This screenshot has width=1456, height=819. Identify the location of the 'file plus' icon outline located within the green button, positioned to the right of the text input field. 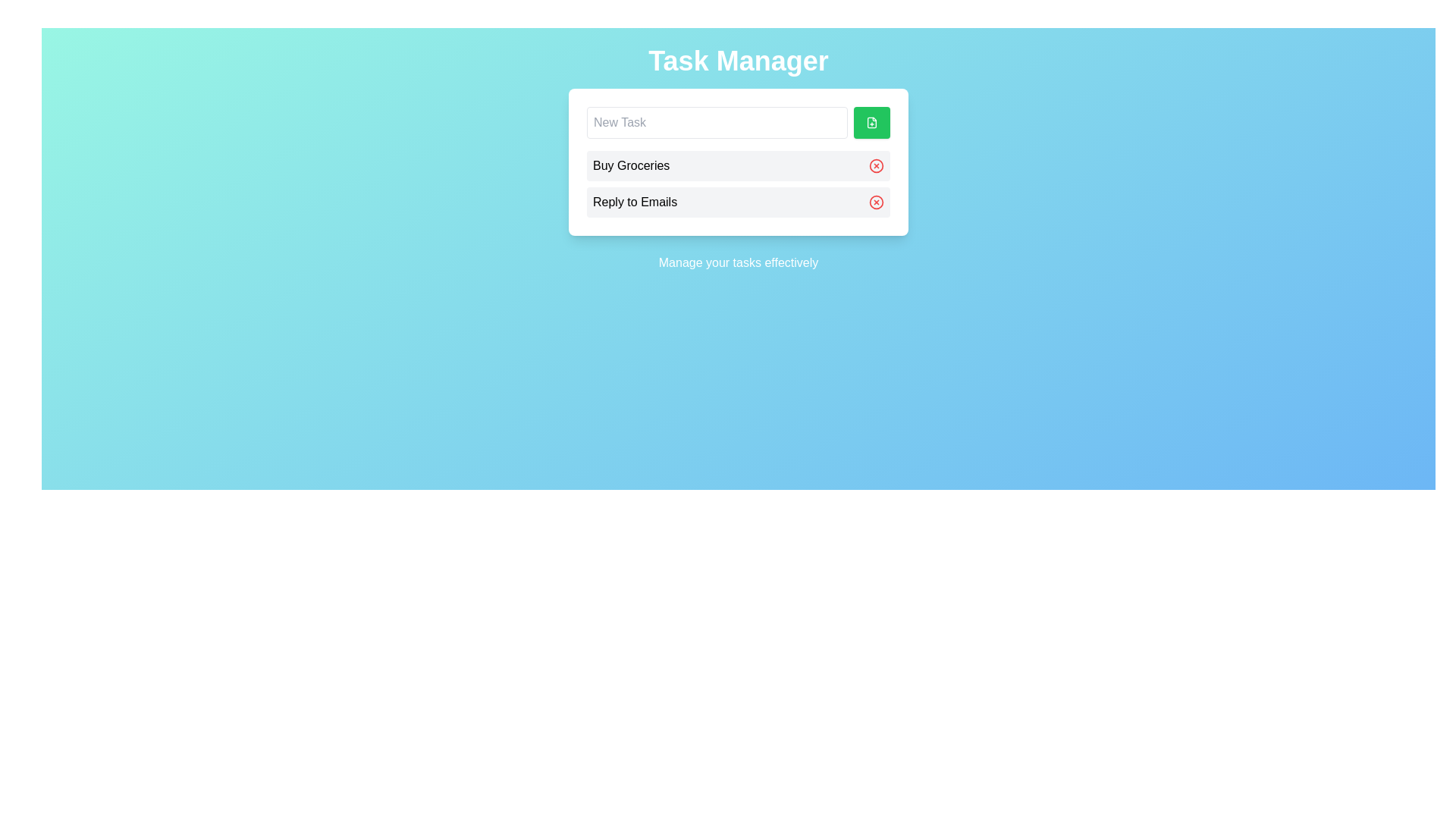
(872, 122).